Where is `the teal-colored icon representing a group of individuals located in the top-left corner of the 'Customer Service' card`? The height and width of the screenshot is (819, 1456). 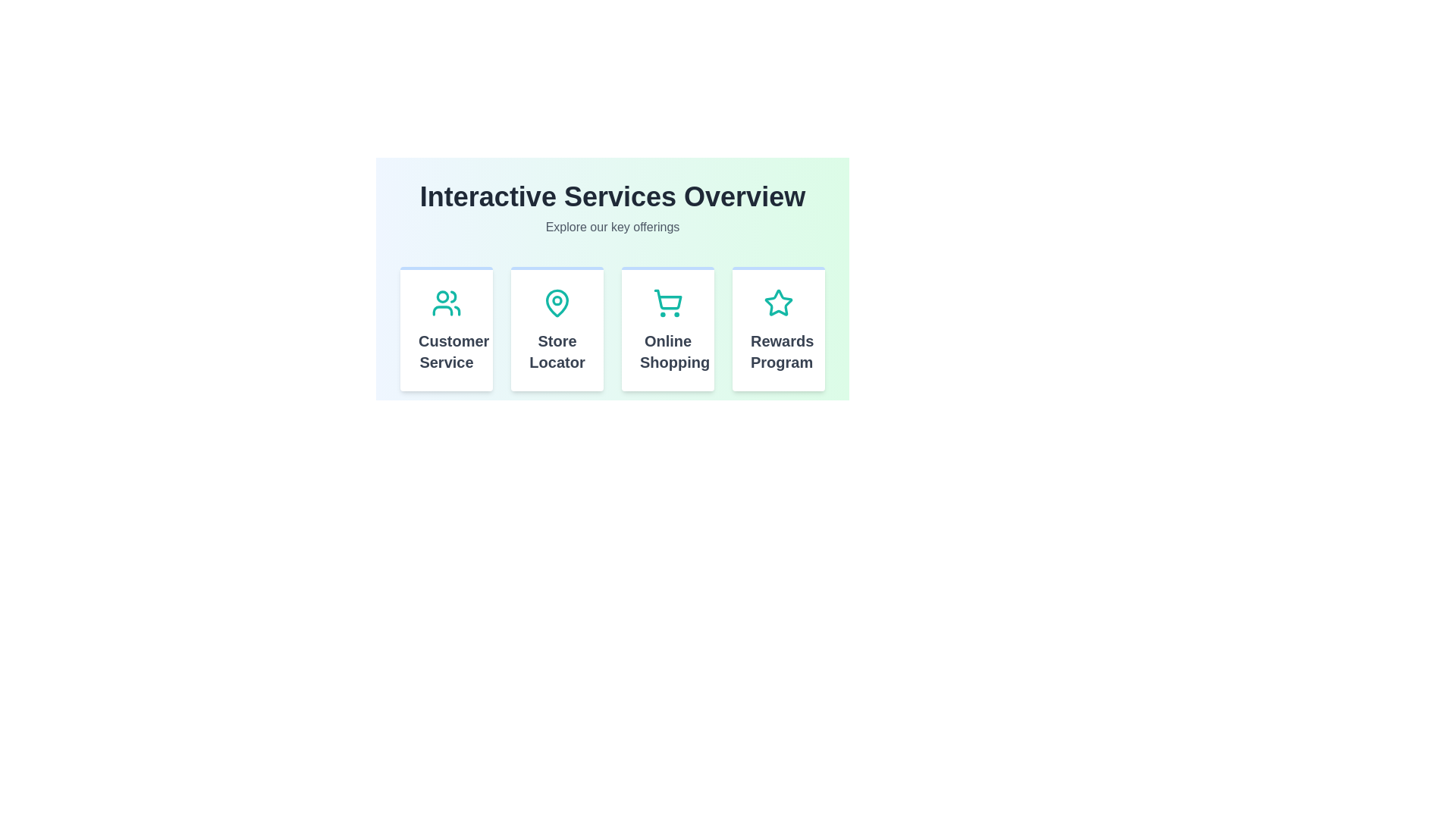 the teal-colored icon representing a group of individuals located in the top-left corner of the 'Customer Service' card is located at coordinates (446, 303).